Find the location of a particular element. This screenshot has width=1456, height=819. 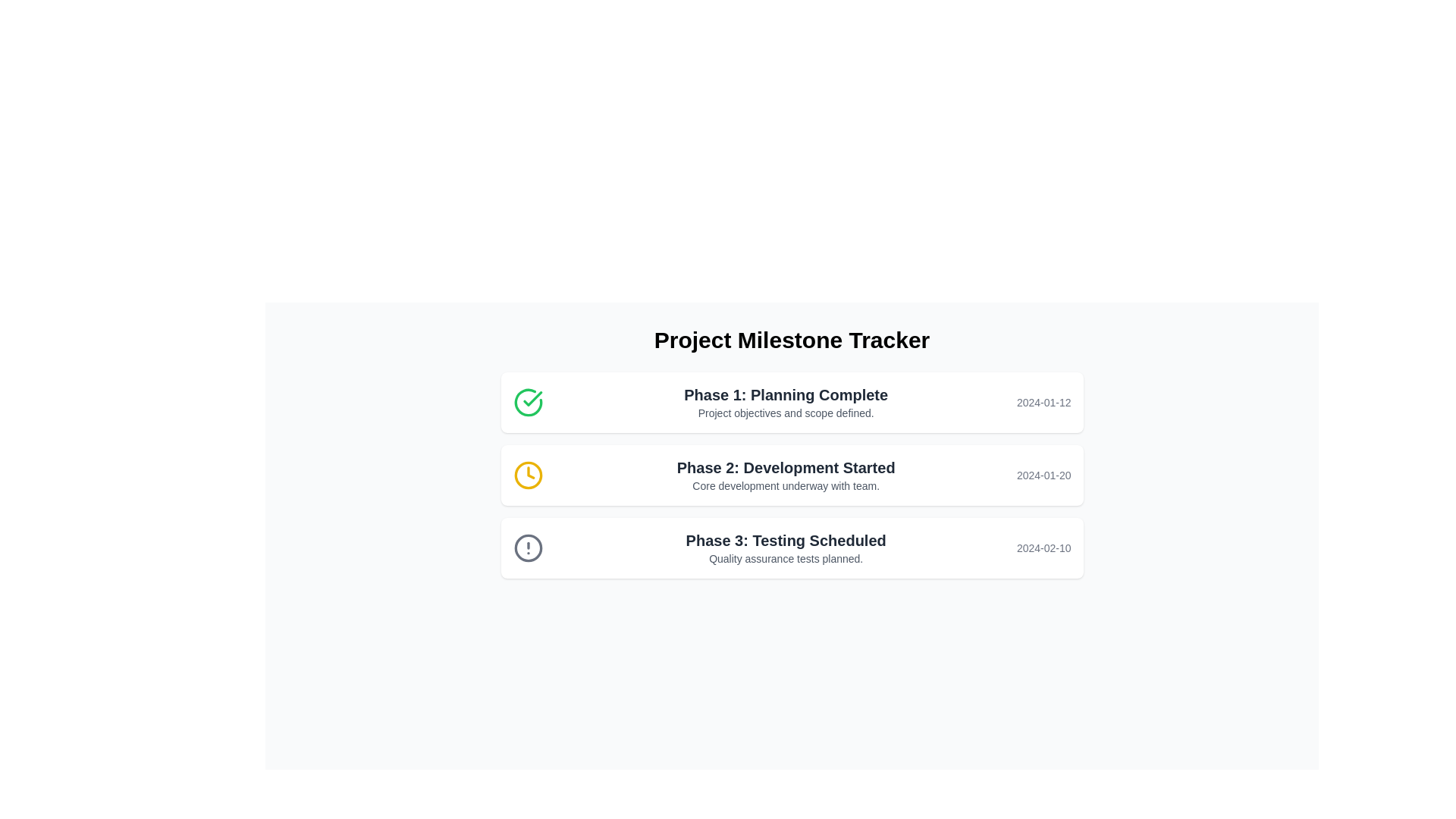

the header text that indicates the purpose of the application, which is tracking project milestones is located at coordinates (791, 339).